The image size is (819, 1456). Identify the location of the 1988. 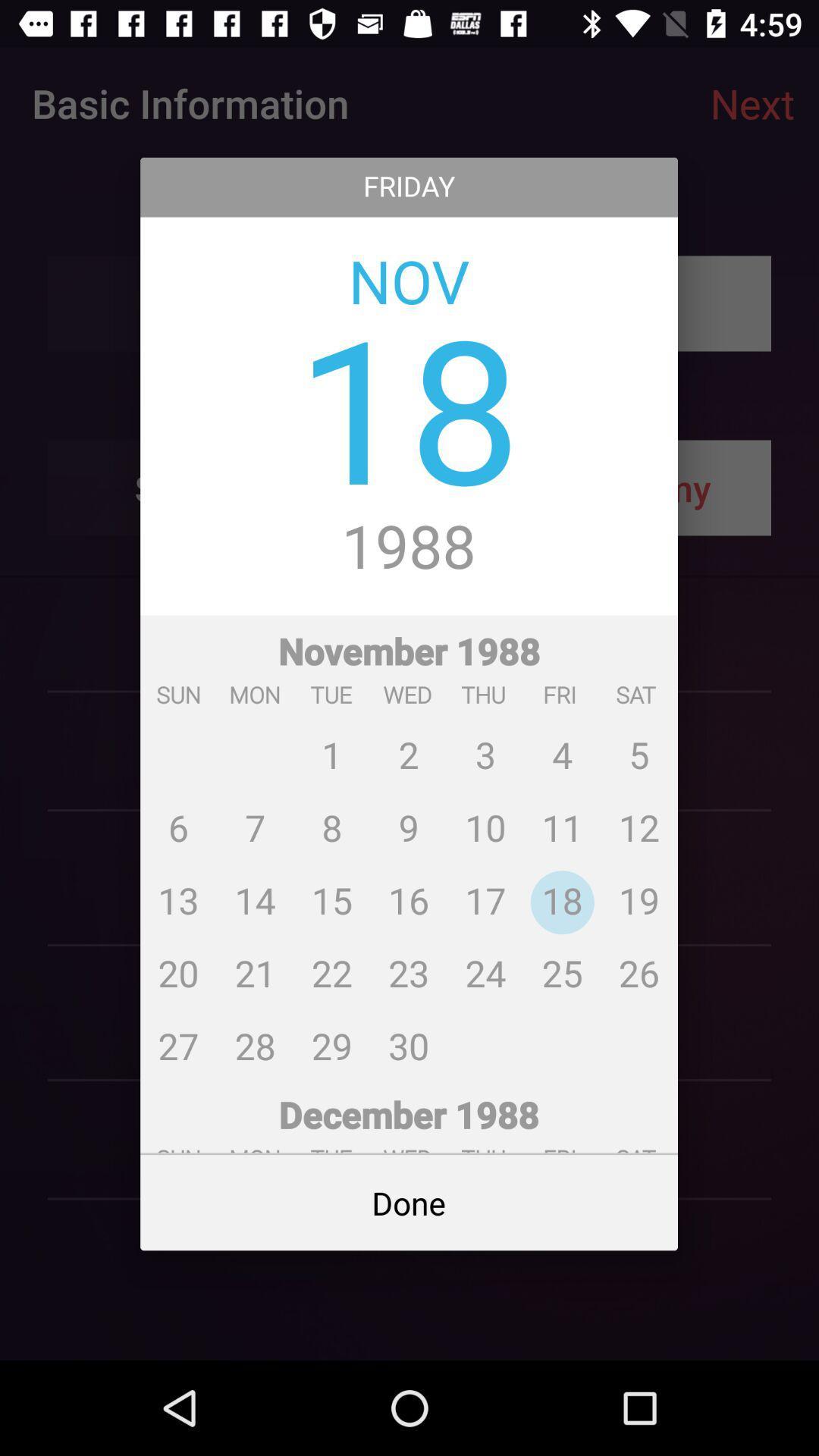
(408, 548).